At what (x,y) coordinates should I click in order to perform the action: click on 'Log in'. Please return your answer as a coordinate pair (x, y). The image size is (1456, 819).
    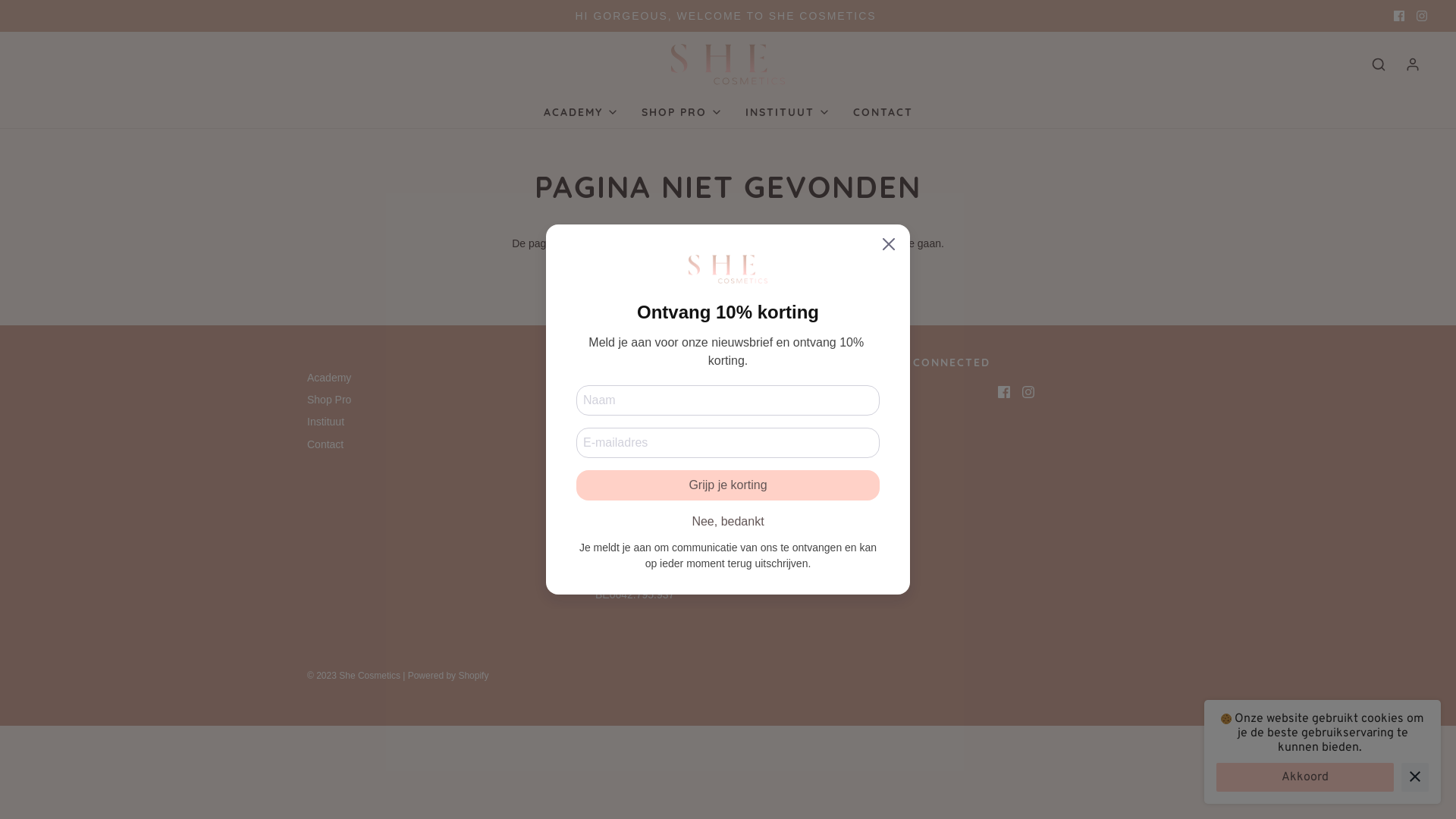
    Looking at the image, I should click on (1411, 63).